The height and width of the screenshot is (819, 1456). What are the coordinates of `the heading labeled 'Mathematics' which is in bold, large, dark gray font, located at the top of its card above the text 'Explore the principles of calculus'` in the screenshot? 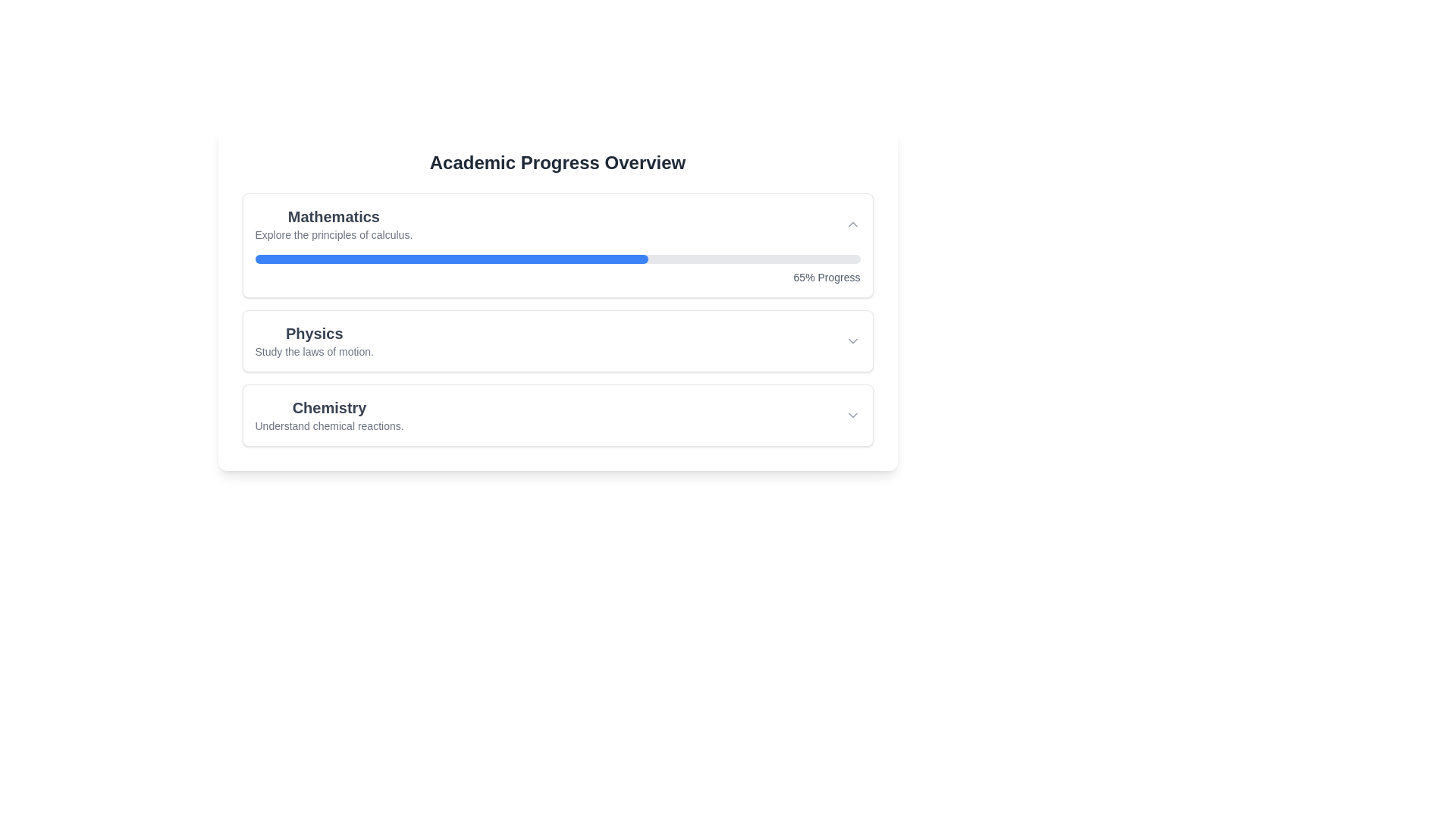 It's located at (333, 216).